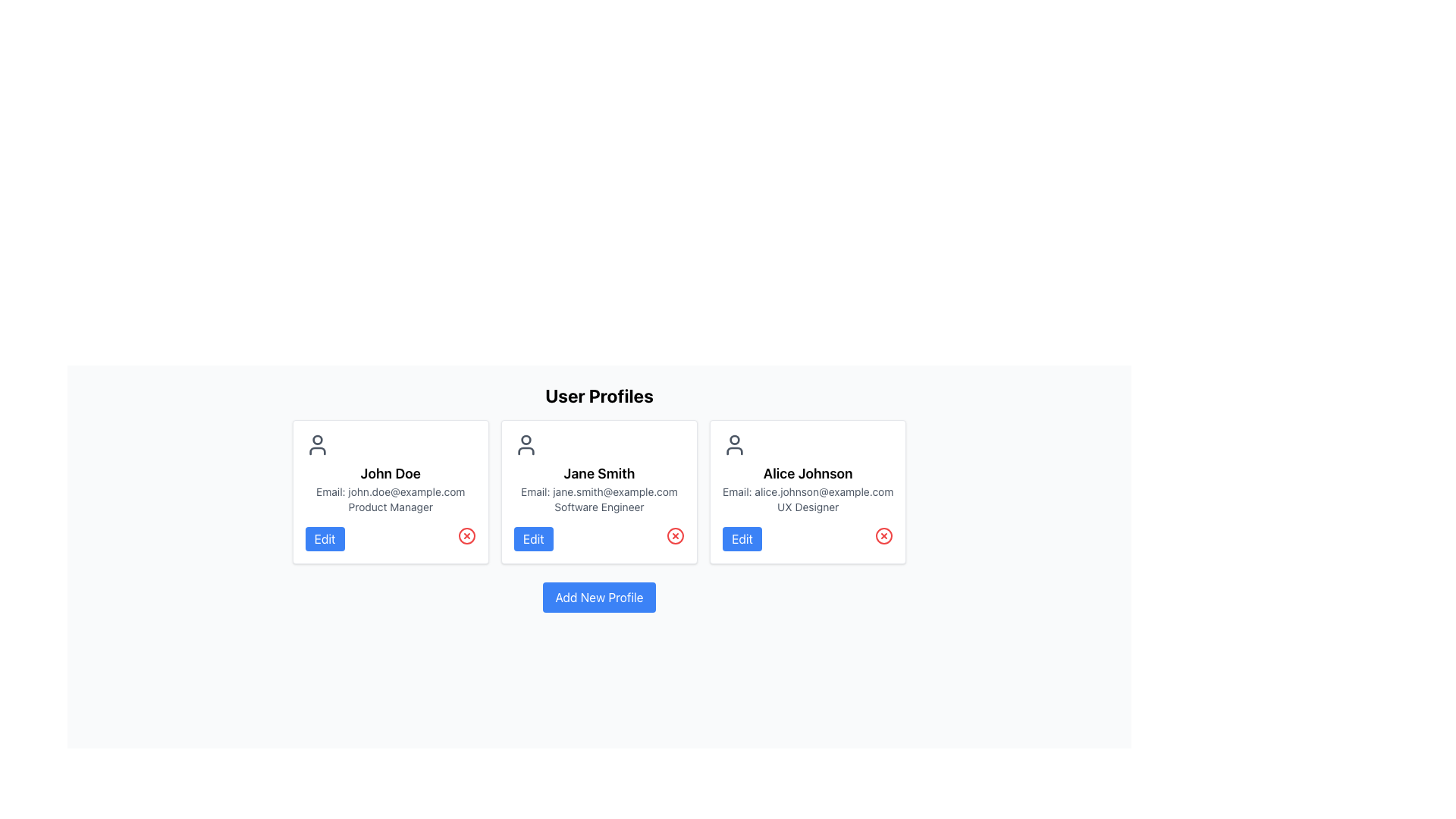 Image resolution: width=1456 pixels, height=819 pixels. What do you see at coordinates (598, 538) in the screenshot?
I see `the 'Edit' button located in the bottom section of the card for 'Jane Smith', which is the last row of the middle user profile card` at bounding box center [598, 538].